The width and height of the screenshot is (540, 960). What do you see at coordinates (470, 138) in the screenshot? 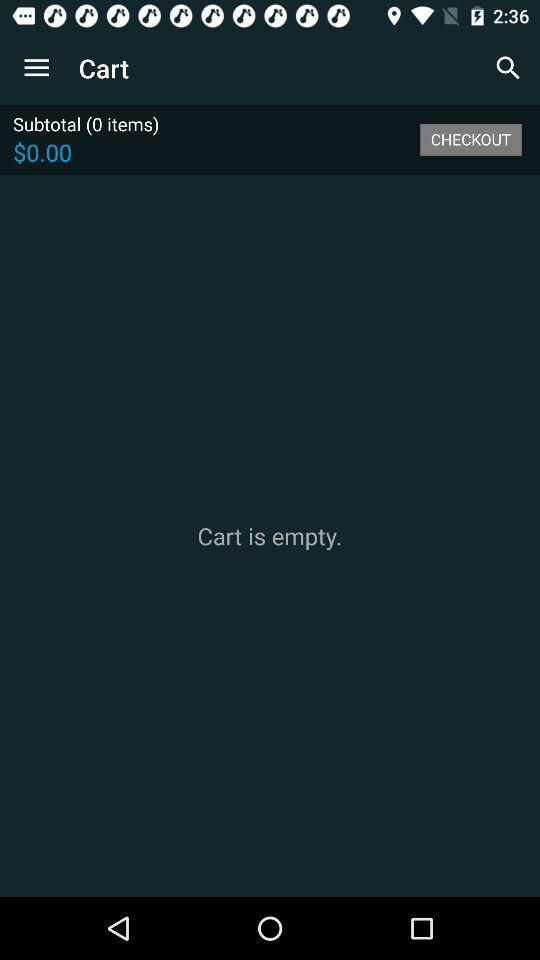
I see `the checkout` at bounding box center [470, 138].